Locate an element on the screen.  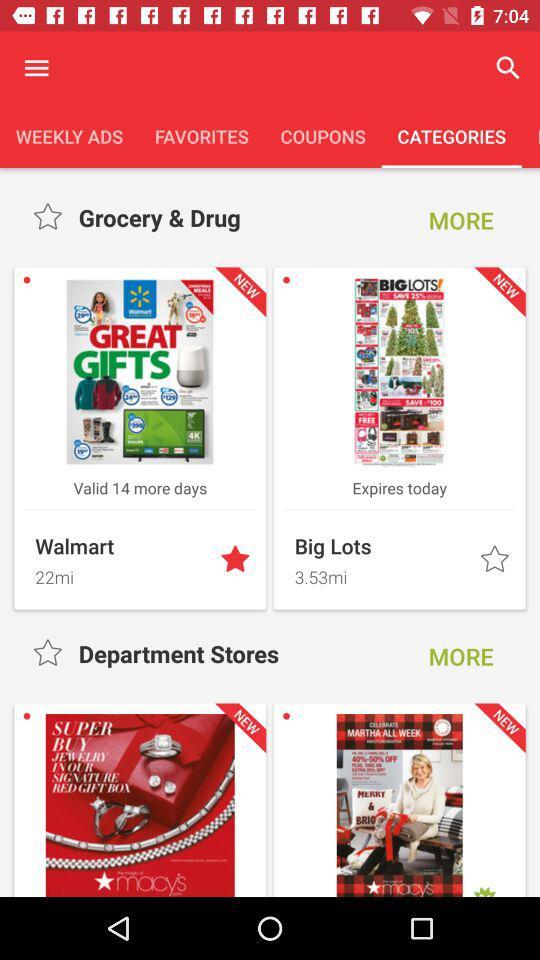
the item above the weekly ads icon is located at coordinates (36, 68).